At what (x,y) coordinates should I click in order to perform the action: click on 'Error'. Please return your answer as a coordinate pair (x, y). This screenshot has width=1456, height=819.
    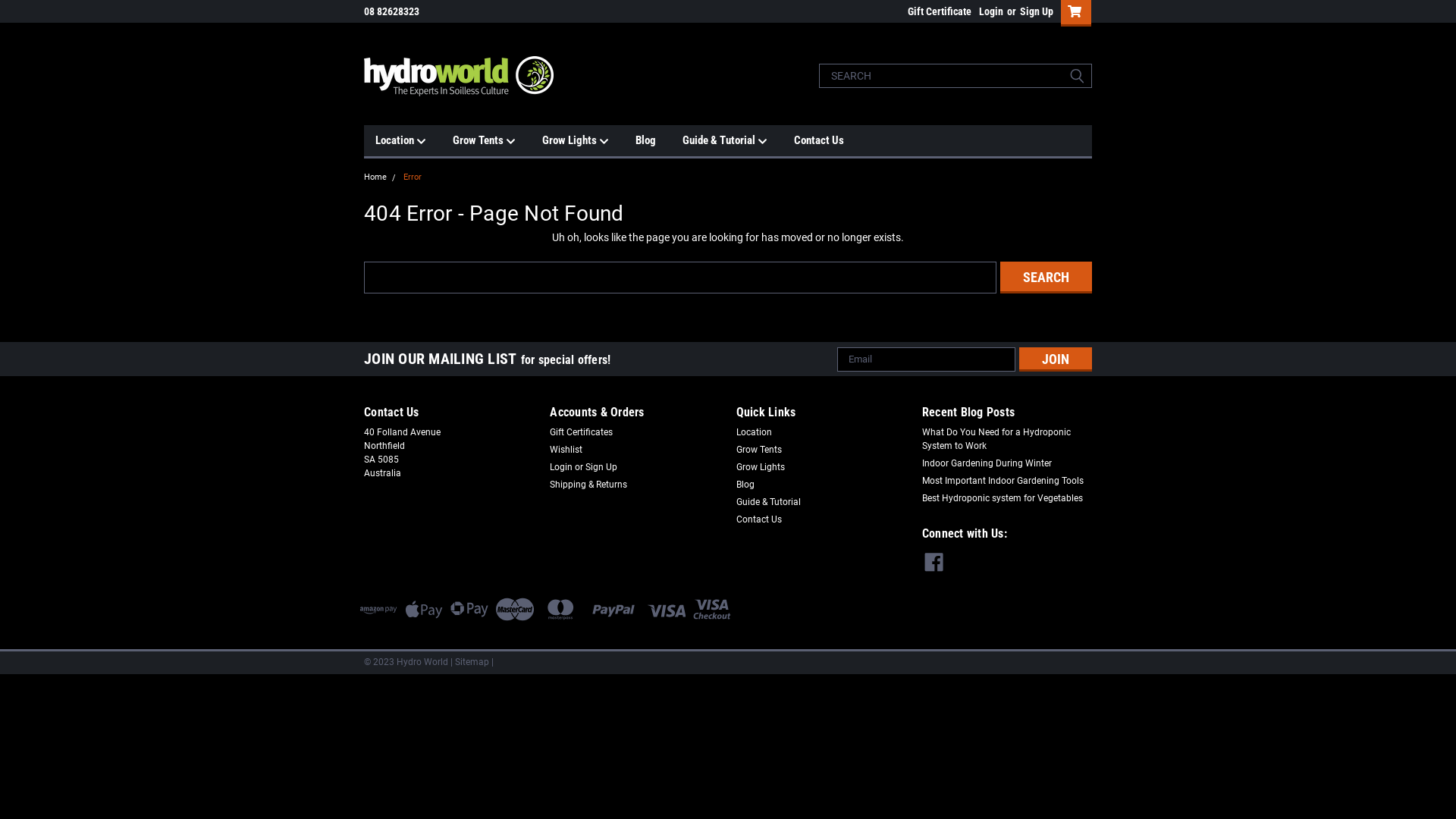
    Looking at the image, I should click on (412, 176).